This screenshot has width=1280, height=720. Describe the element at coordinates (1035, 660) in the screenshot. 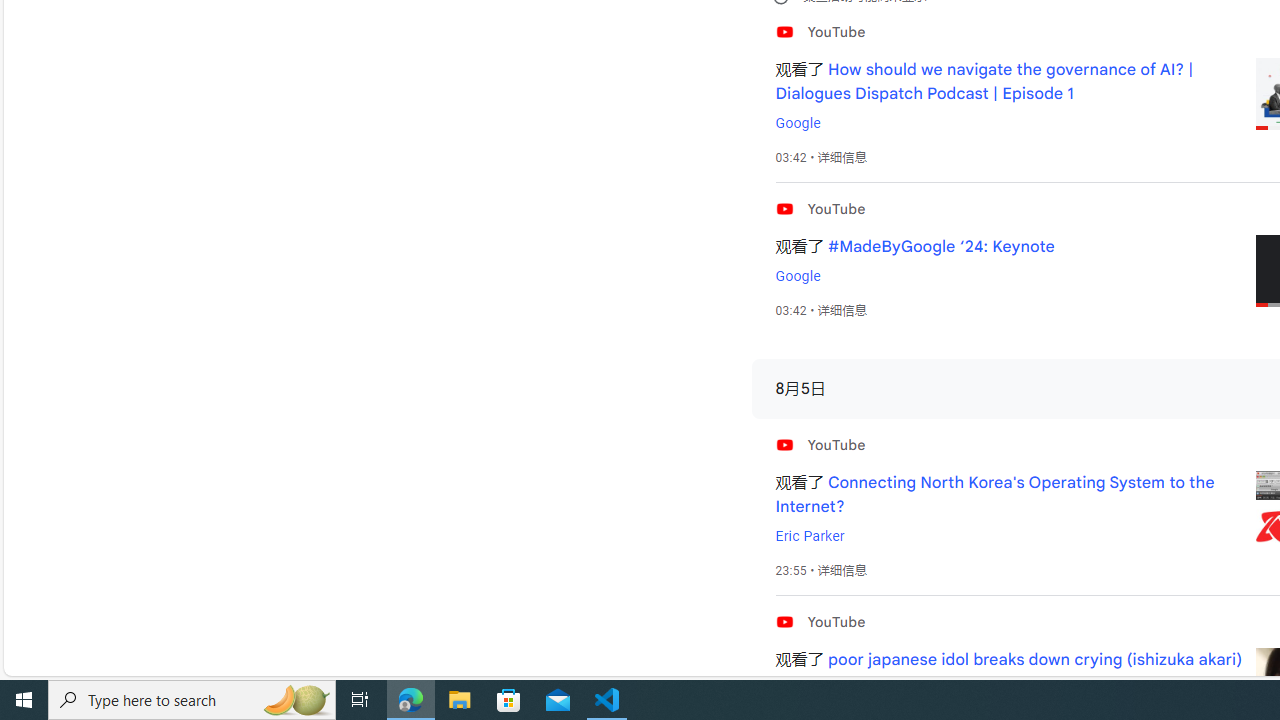

I see `'poor japanese idol breaks down crying (ishizuka akari)'` at that location.